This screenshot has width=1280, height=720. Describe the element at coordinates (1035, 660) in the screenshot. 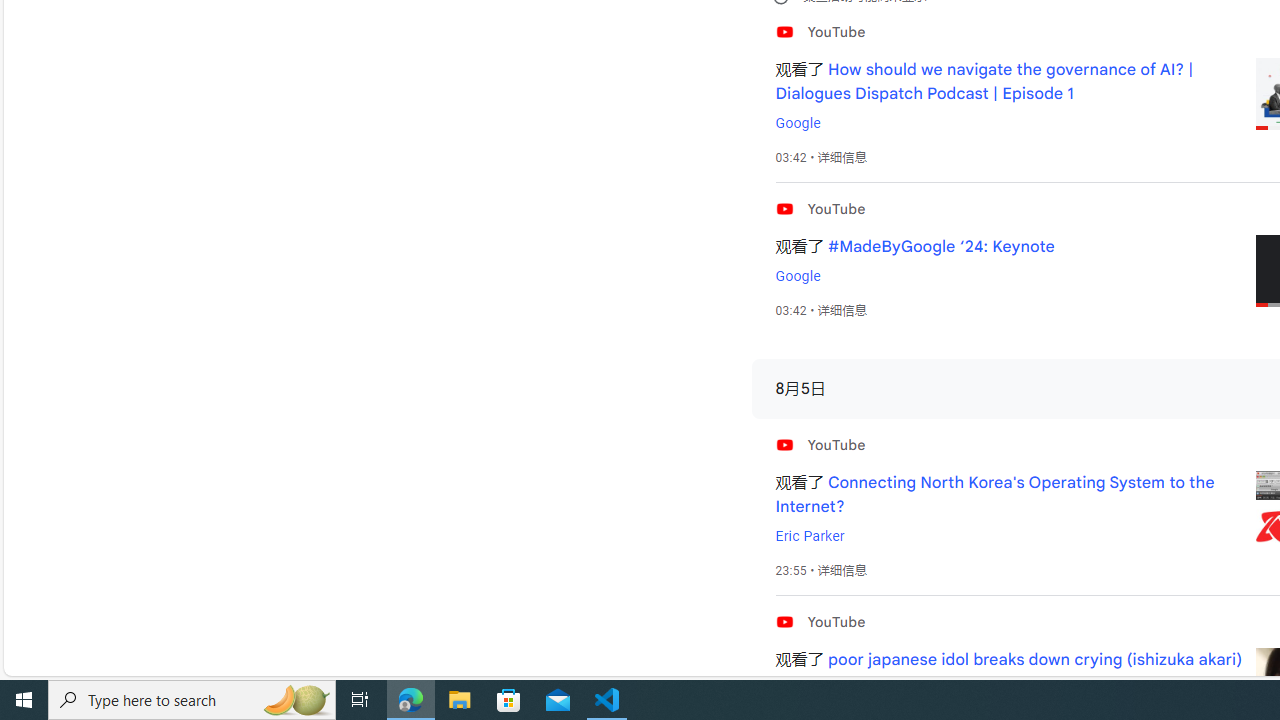

I see `'poor japanese idol breaks down crying (ishizuka akari)'` at that location.